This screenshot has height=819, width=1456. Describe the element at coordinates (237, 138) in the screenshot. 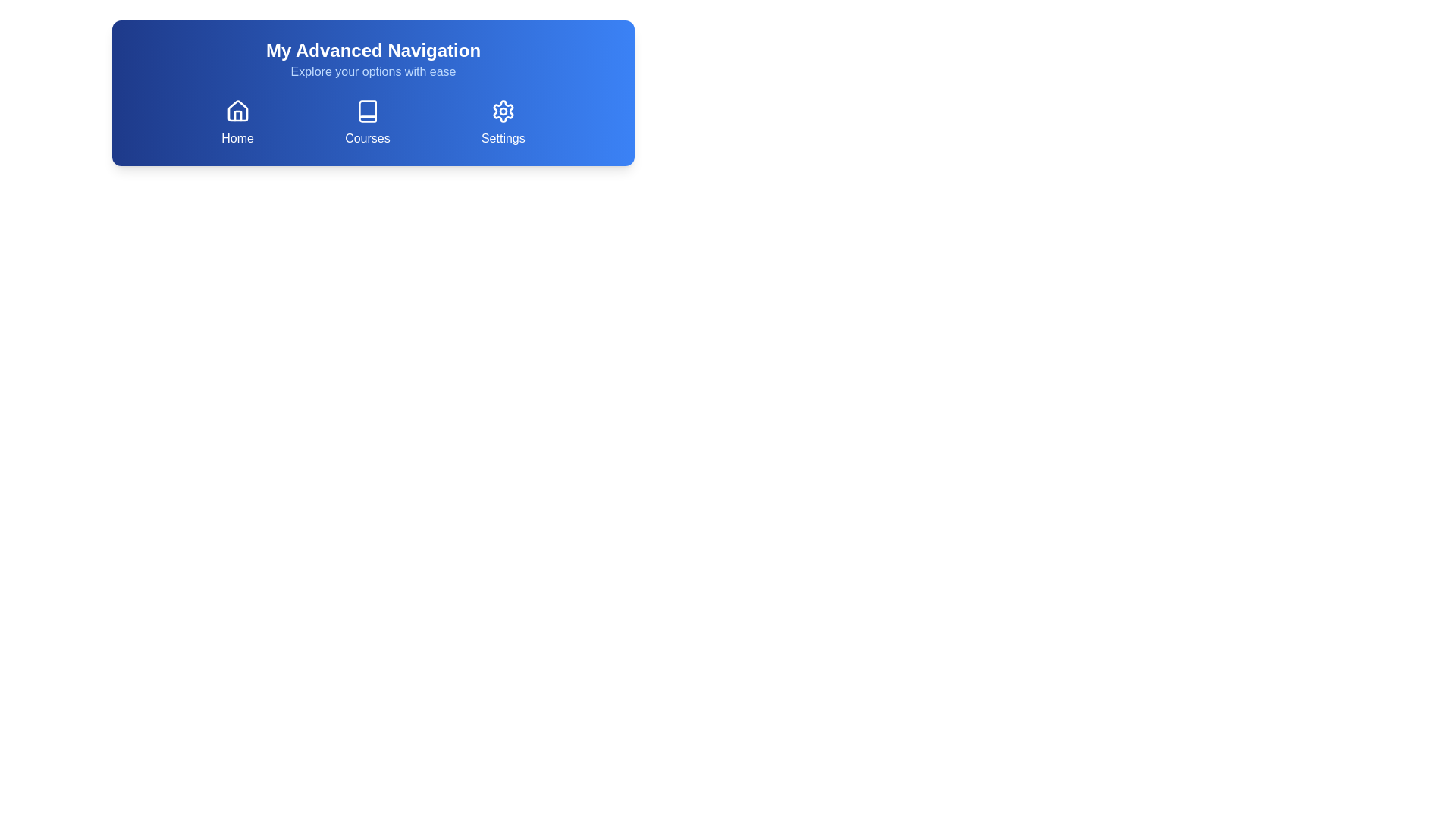

I see `text label that indicates the 'Home' section of the navigation bar, which is located below the house icon` at that location.